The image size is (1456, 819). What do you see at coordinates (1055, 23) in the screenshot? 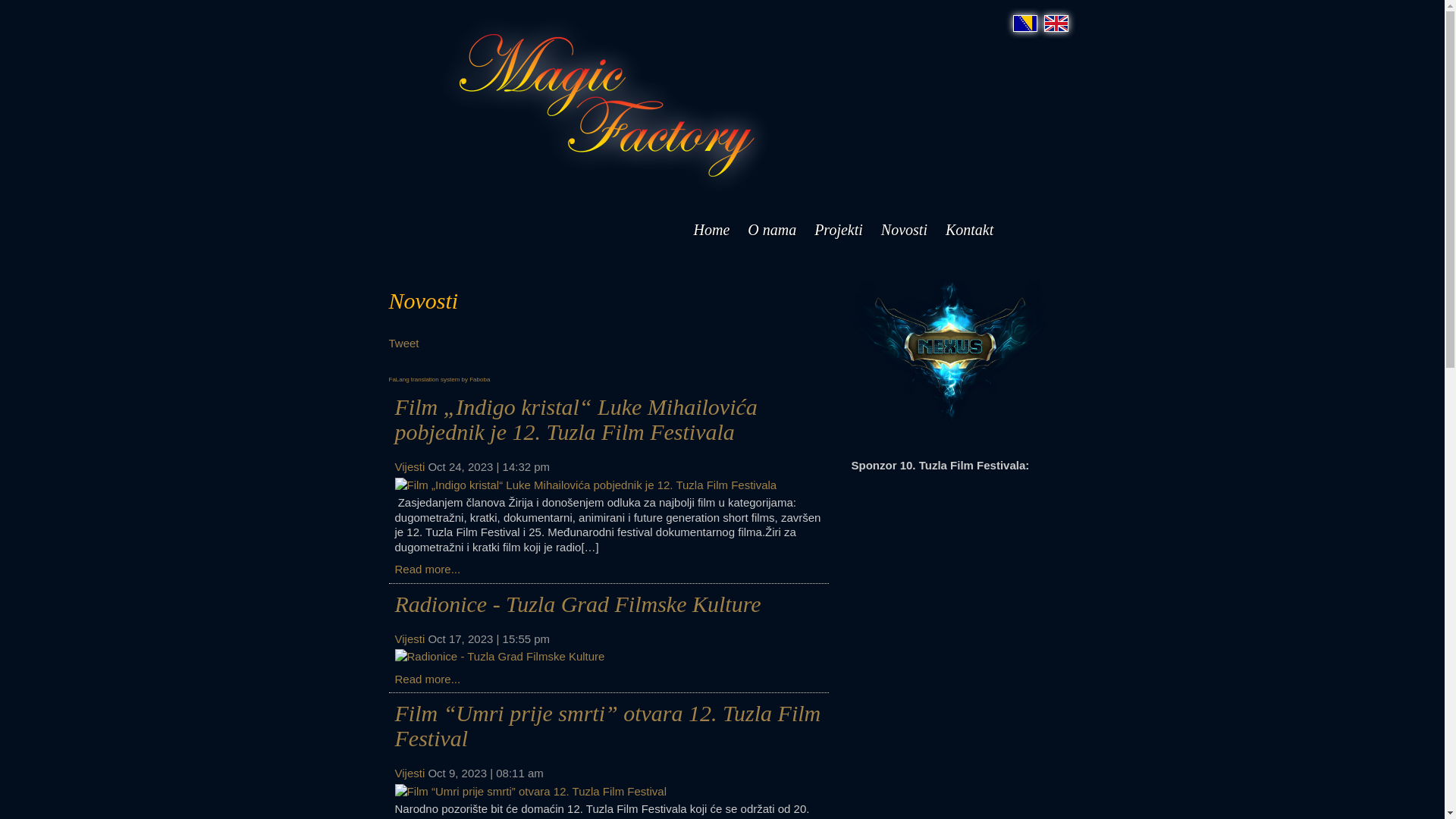
I see `'English (UK)'` at bounding box center [1055, 23].